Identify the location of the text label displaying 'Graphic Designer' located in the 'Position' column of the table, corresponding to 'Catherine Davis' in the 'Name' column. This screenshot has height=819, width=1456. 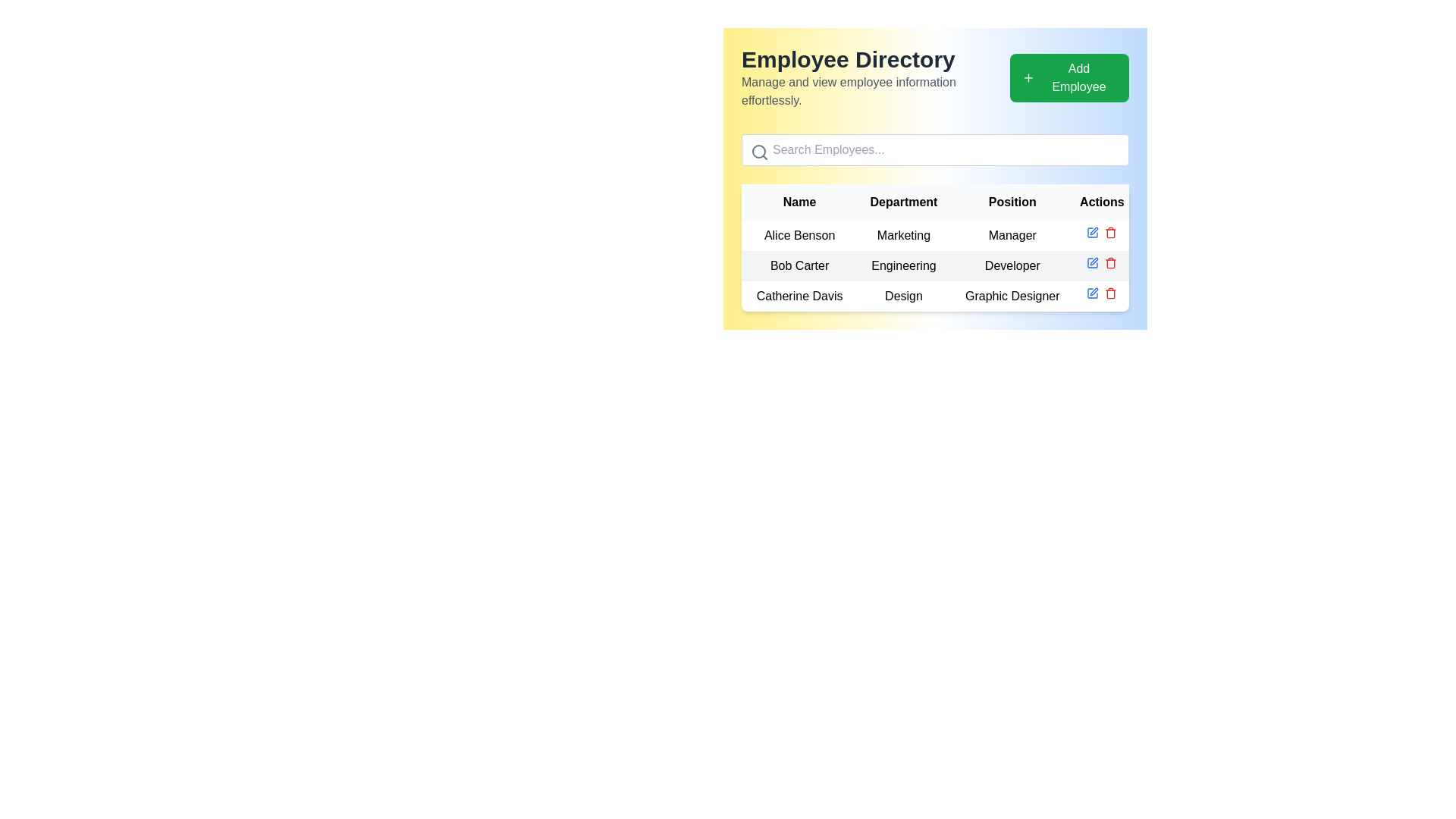
(1012, 296).